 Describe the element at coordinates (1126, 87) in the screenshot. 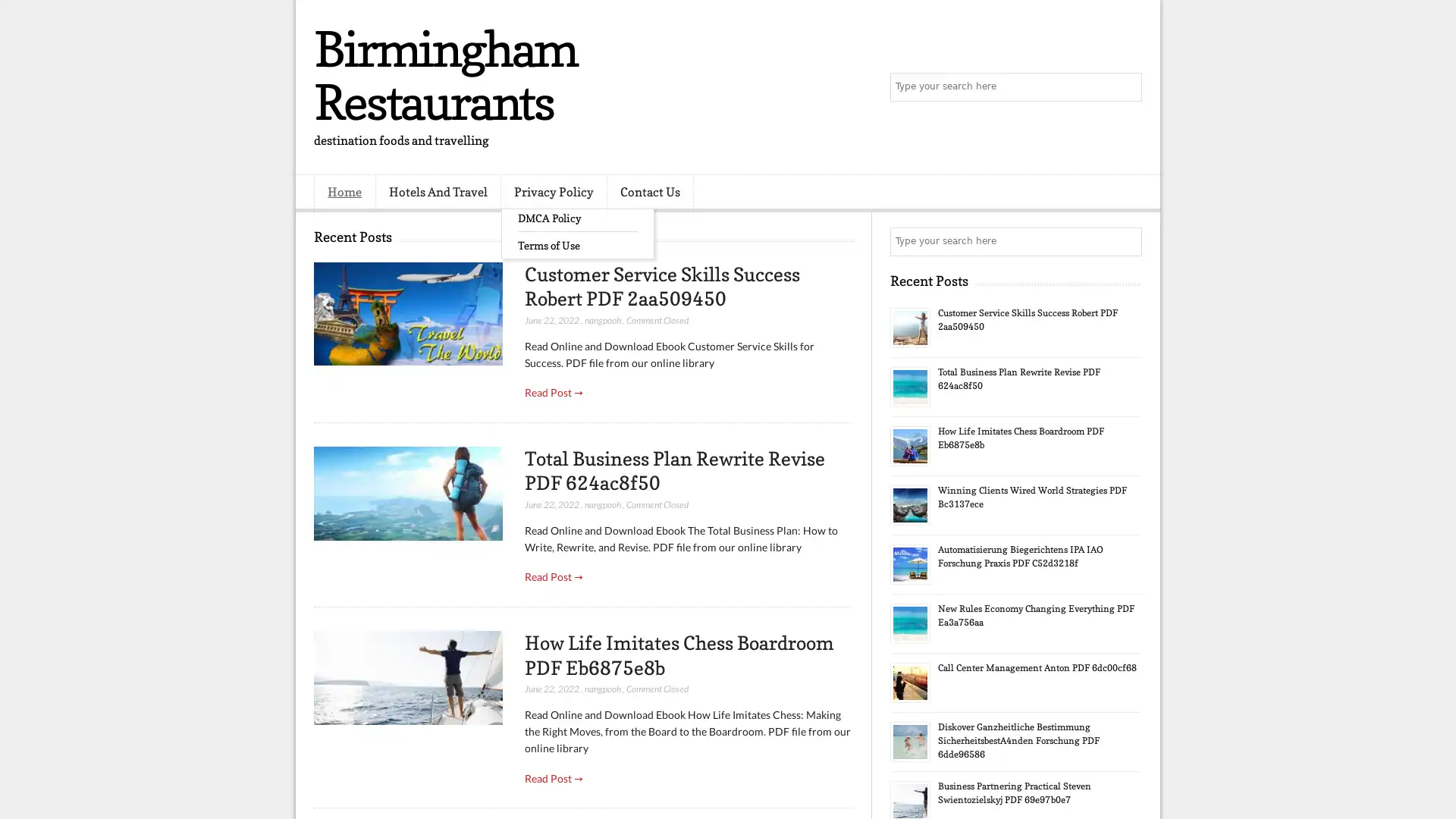

I see `Search` at that location.